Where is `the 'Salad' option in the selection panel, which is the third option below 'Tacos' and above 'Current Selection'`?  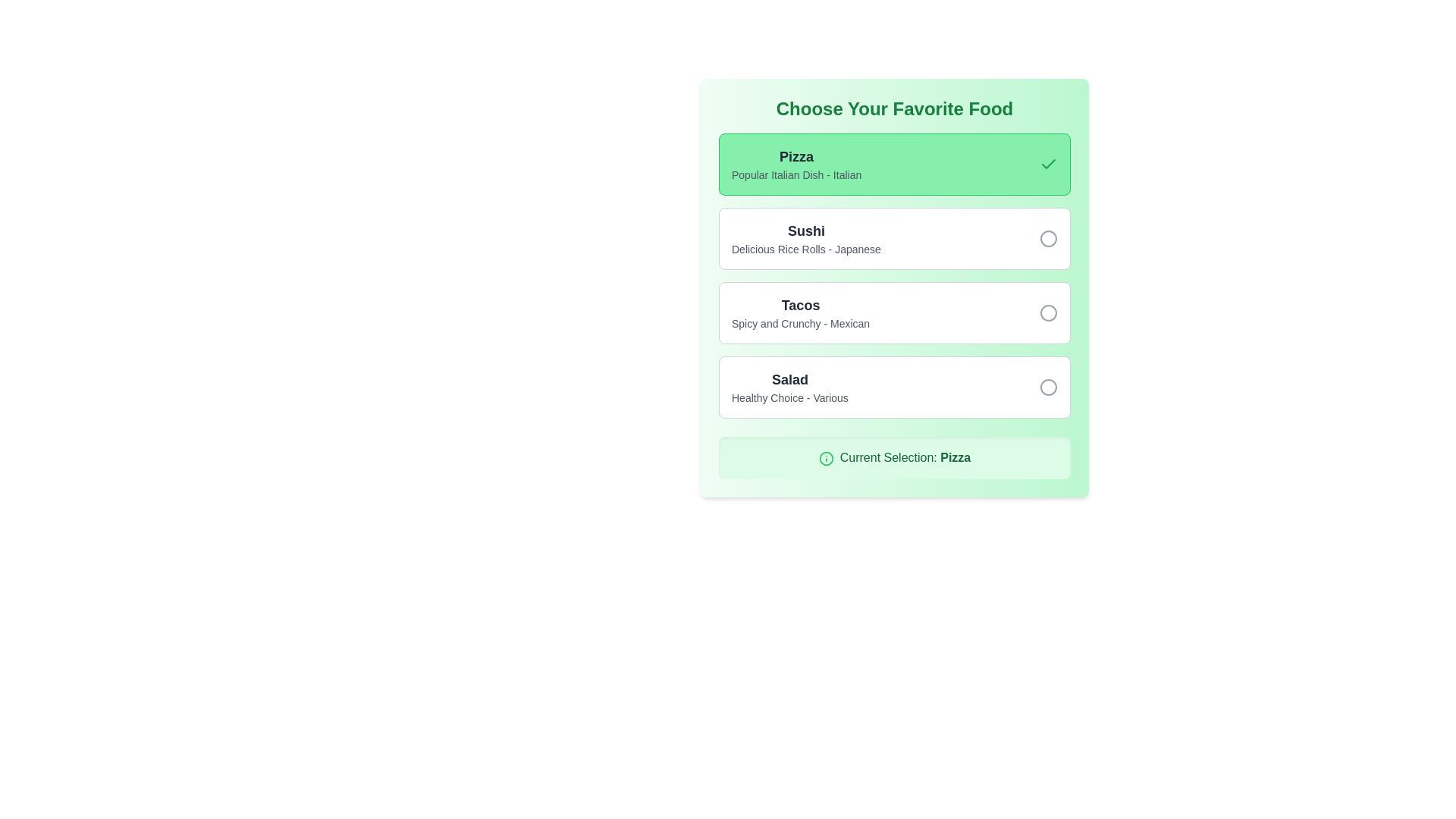 the 'Salad' option in the selection panel, which is the third option below 'Tacos' and above 'Current Selection' is located at coordinates (789, 386).